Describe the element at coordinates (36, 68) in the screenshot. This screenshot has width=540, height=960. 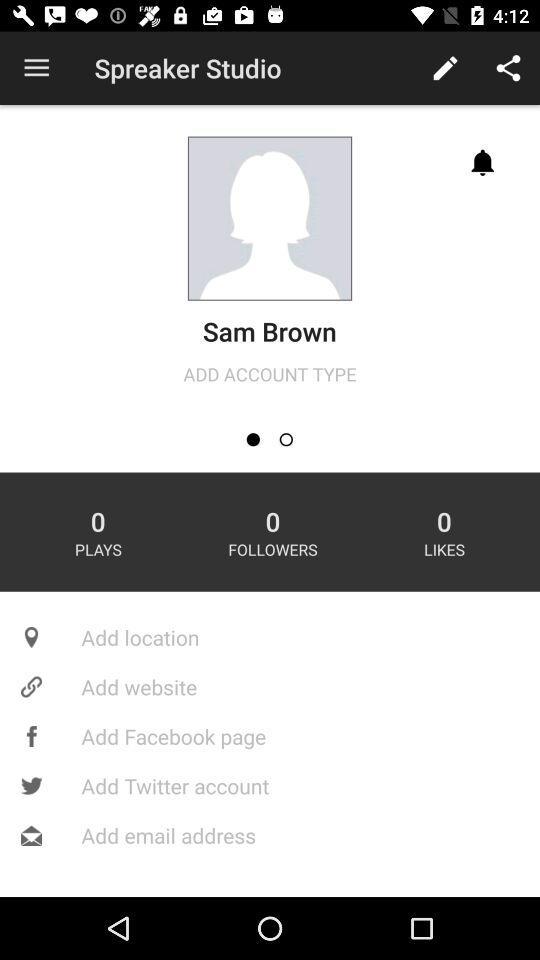
I see `icon at the top left corner` at that location.